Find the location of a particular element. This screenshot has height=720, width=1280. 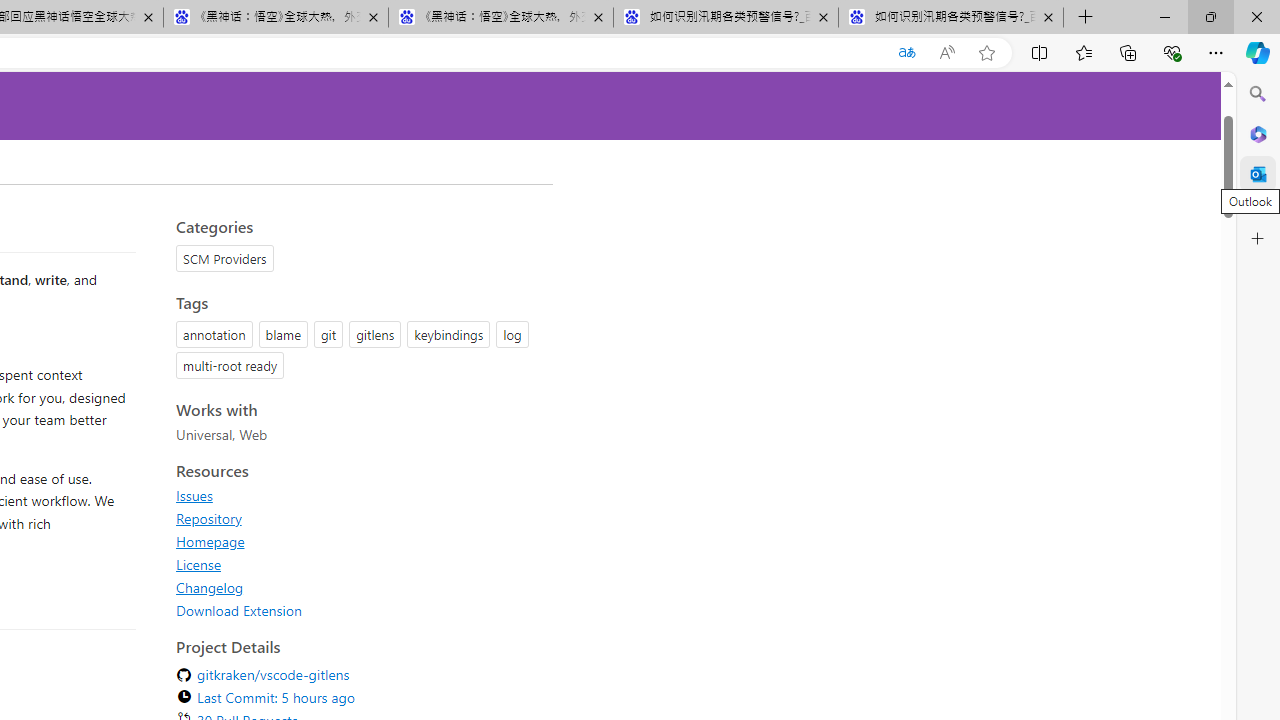

'Download Extension' is located at coordinates (239, 609).